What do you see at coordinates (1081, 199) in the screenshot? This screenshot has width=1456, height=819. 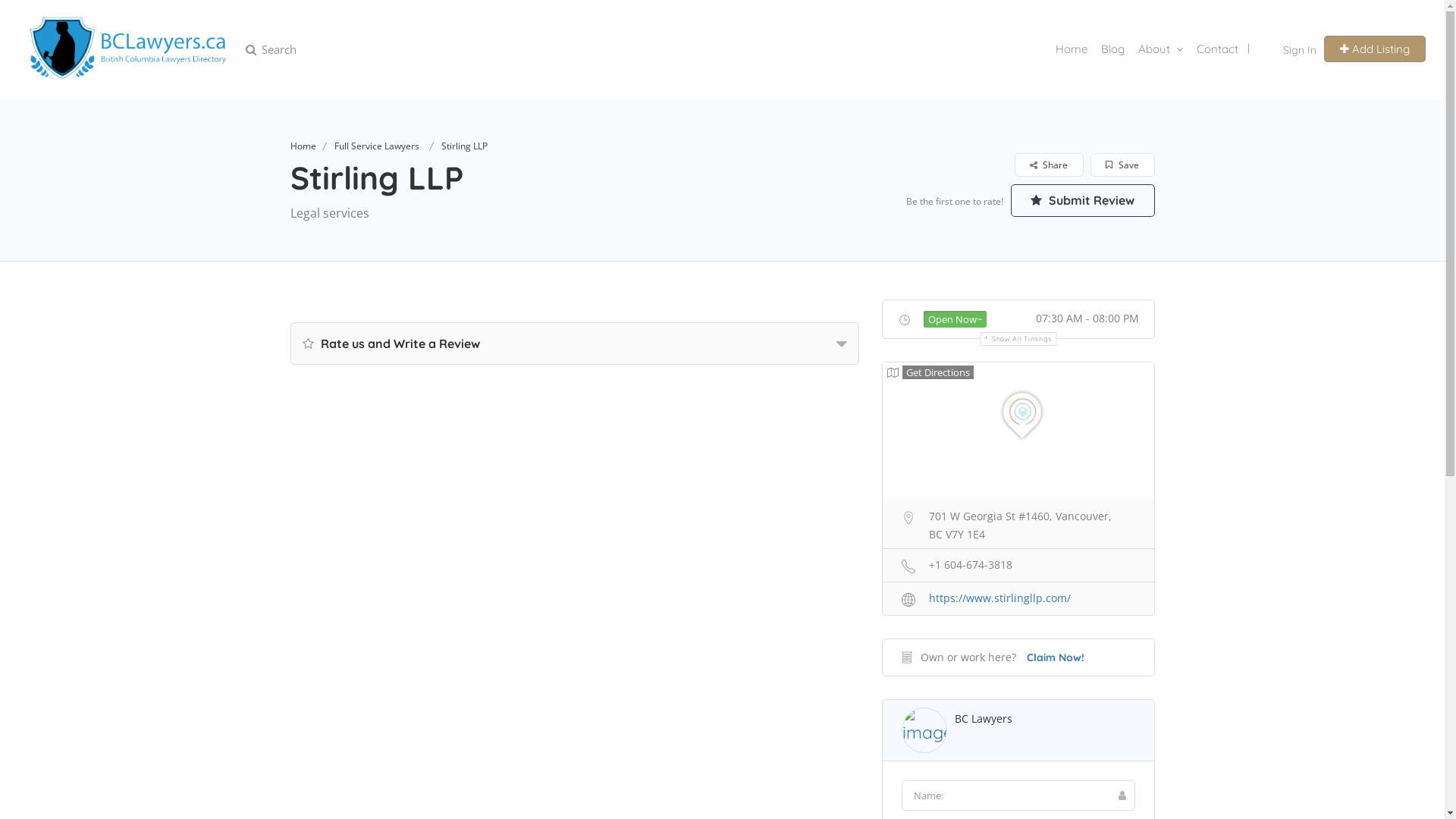 I see `'Submit Review'` at bounding box center [1081, 199].